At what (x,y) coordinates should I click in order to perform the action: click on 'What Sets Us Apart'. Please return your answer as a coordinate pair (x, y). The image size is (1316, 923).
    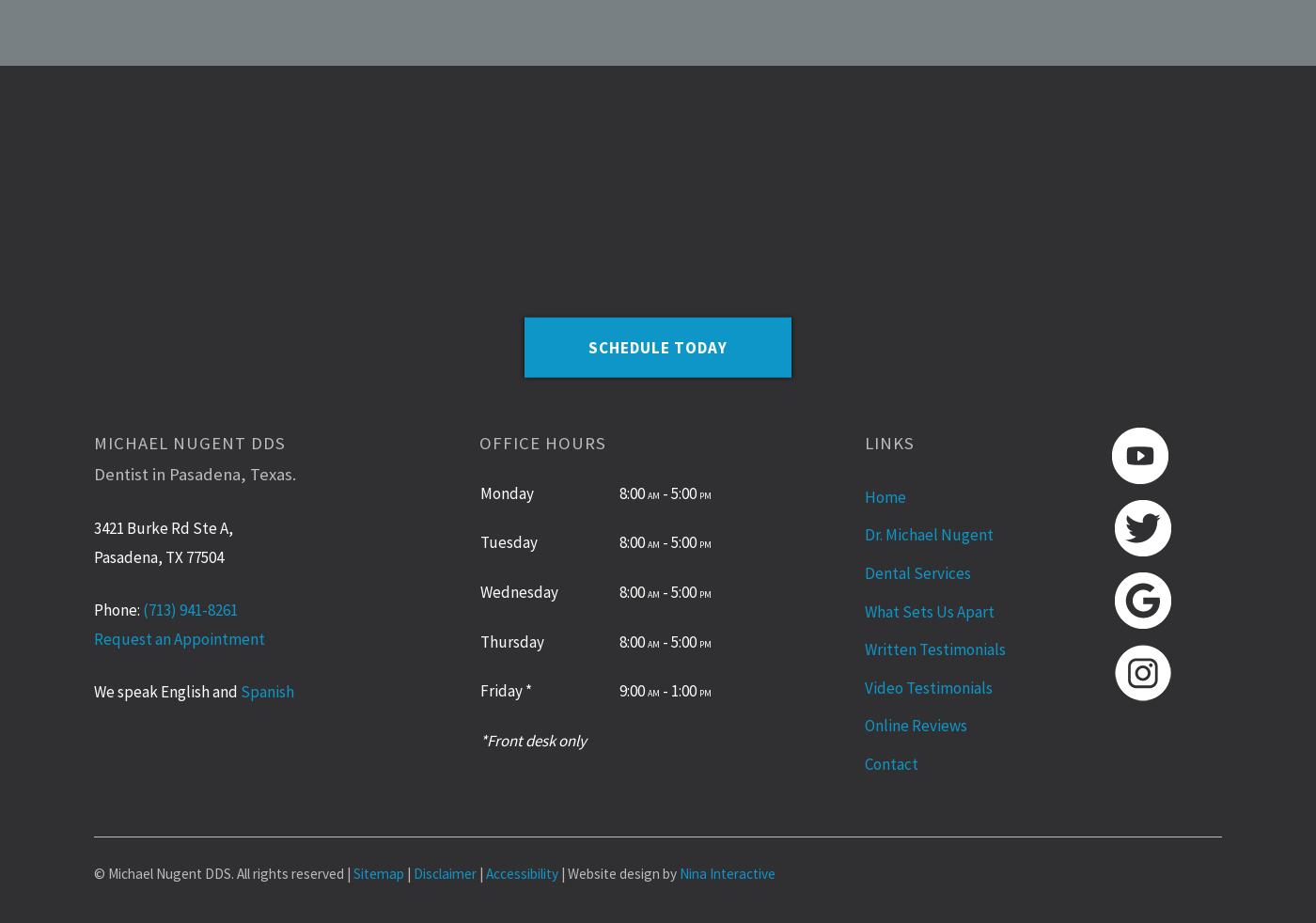
    Looking at the image, I should click on (929, 609).